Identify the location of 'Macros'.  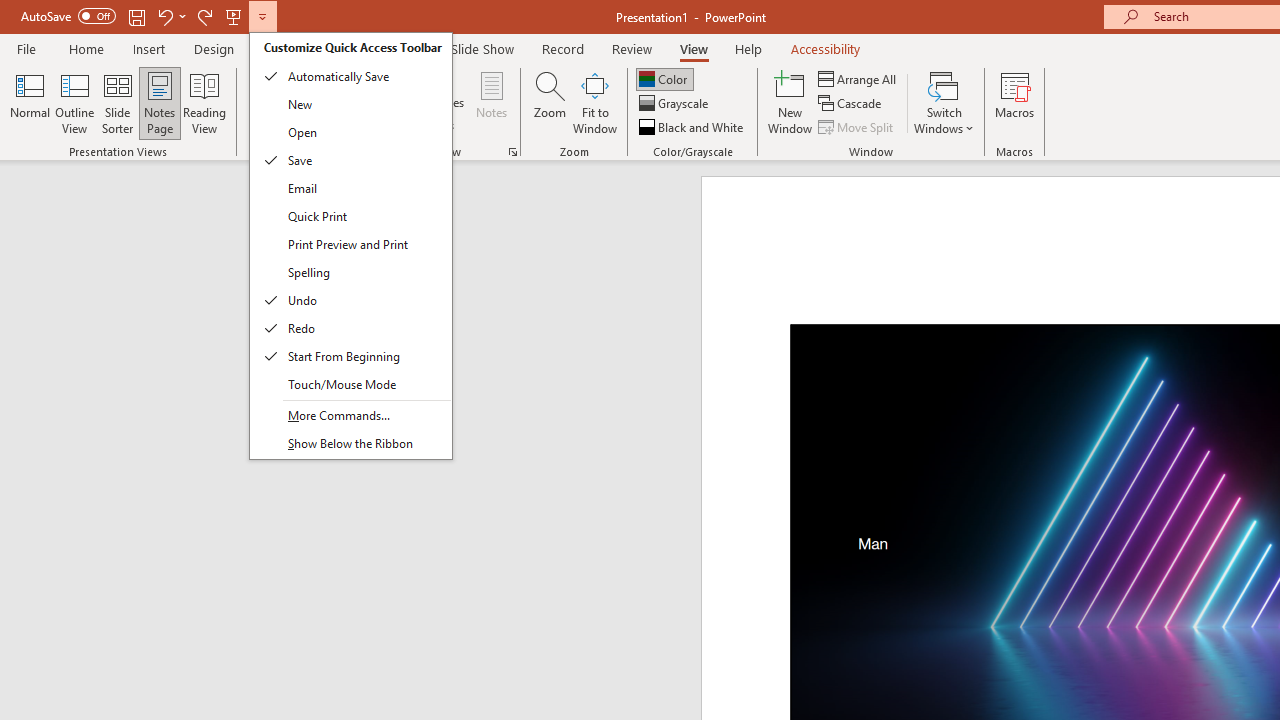
(1015, 103).